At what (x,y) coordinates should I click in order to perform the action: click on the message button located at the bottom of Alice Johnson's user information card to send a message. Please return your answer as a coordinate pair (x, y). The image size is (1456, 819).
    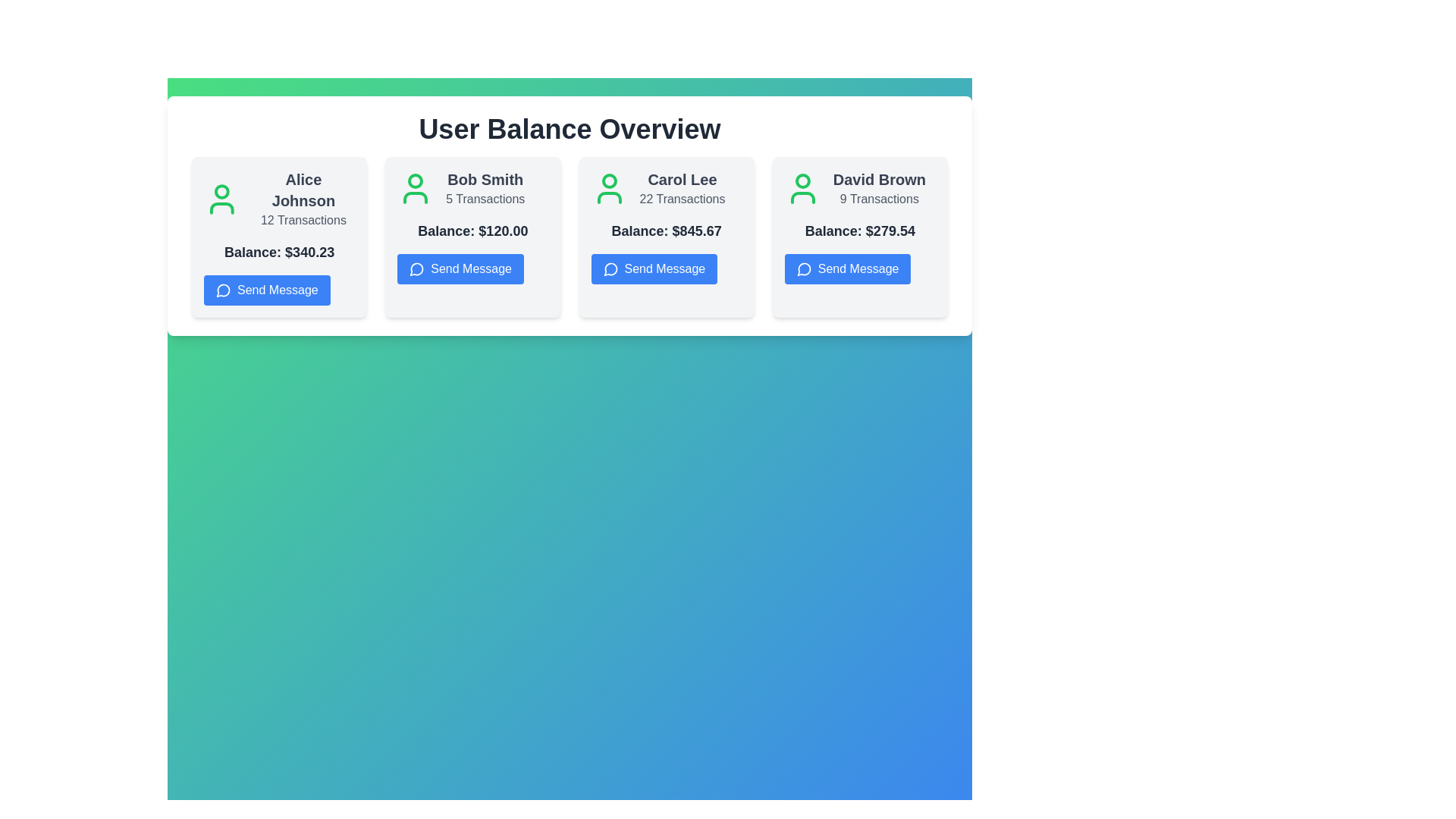
    Looking at the image, I should click on (267, 290).